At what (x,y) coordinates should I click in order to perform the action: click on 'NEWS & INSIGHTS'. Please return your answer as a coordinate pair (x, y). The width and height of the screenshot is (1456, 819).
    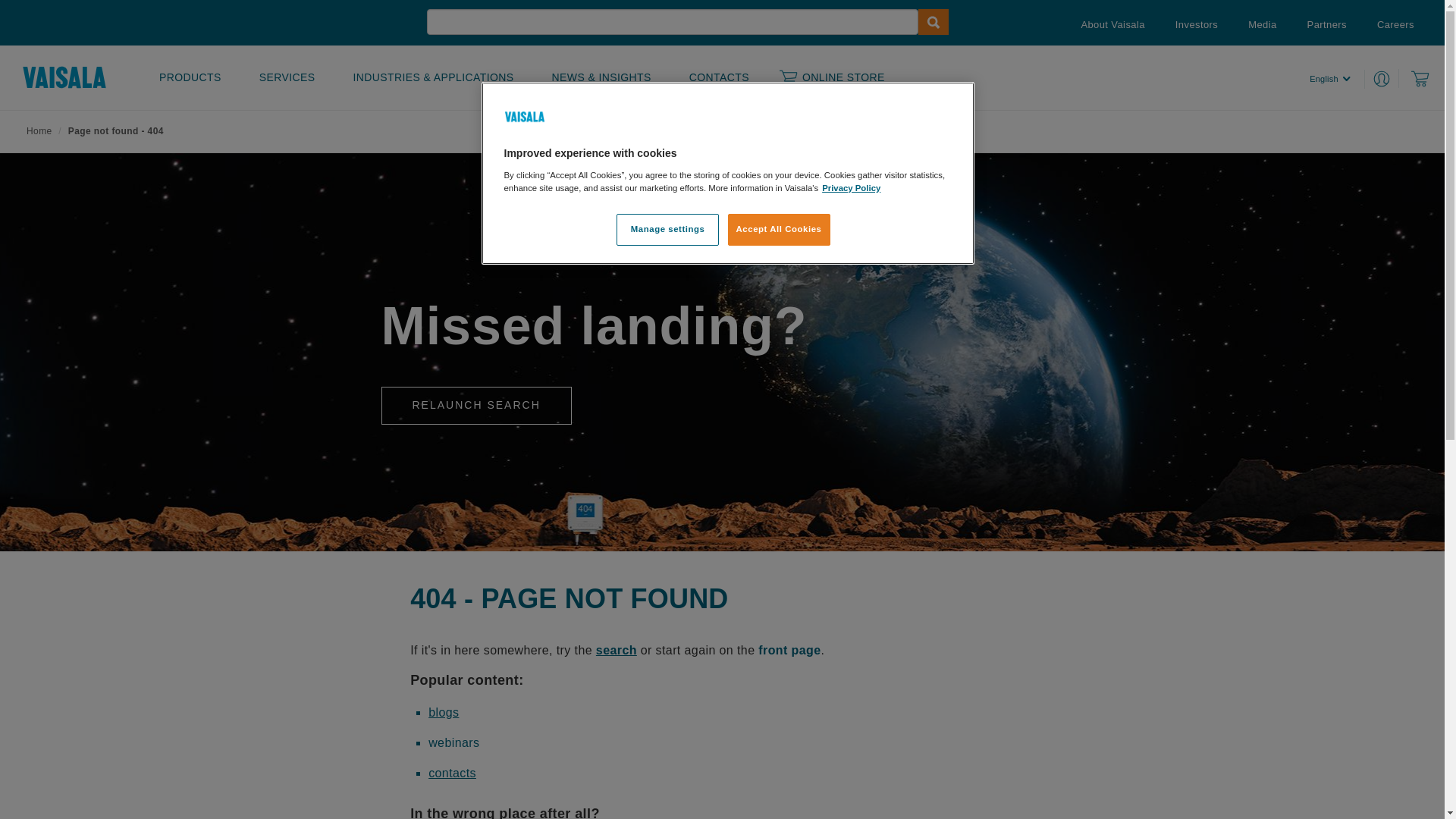
    Looking at the image, I should click on (601, 77).